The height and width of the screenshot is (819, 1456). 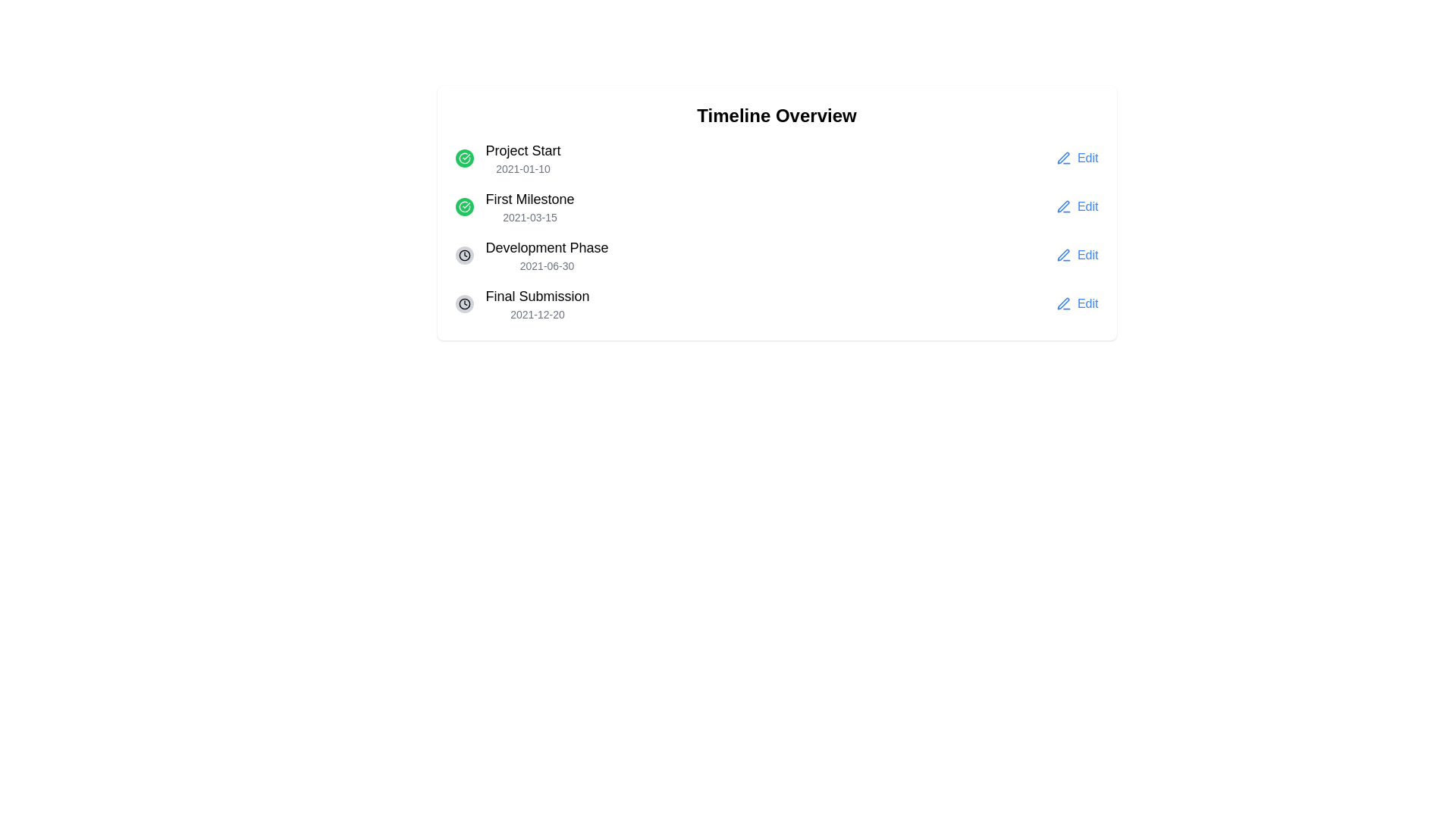 What do you see at coordinates (463, 158) in the screenshot?
I see `the small circular icon with a green background featuring a white checkmark, which is the second icon in the vertical sequence of timeline steps, located adjacent to the 'First Milestone' text and above the 'Development Phase' timeline step` at bounding box center [463, 158].